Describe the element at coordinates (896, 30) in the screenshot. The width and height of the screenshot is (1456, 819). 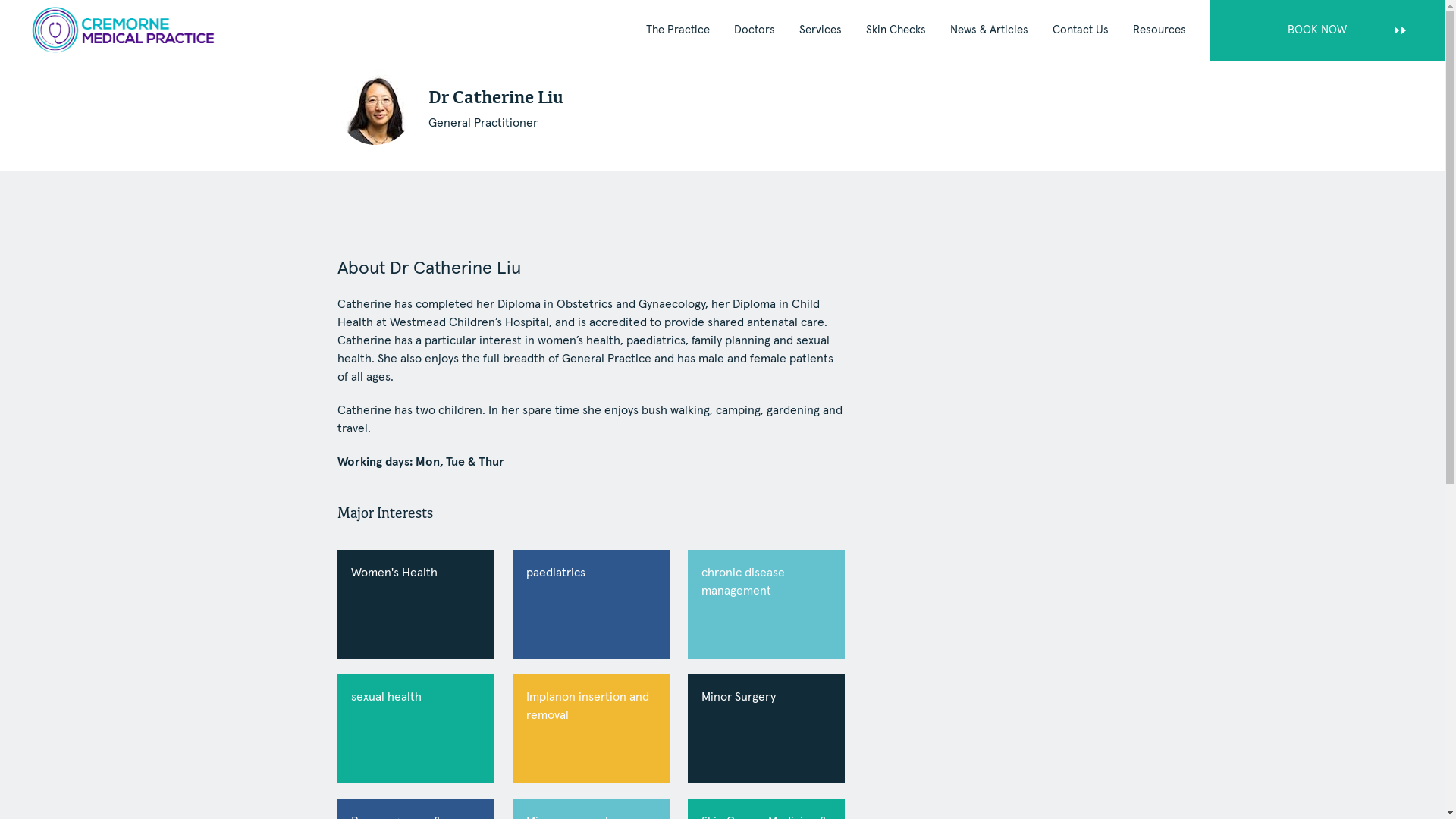
I see `'Skin Checks'` at that location.